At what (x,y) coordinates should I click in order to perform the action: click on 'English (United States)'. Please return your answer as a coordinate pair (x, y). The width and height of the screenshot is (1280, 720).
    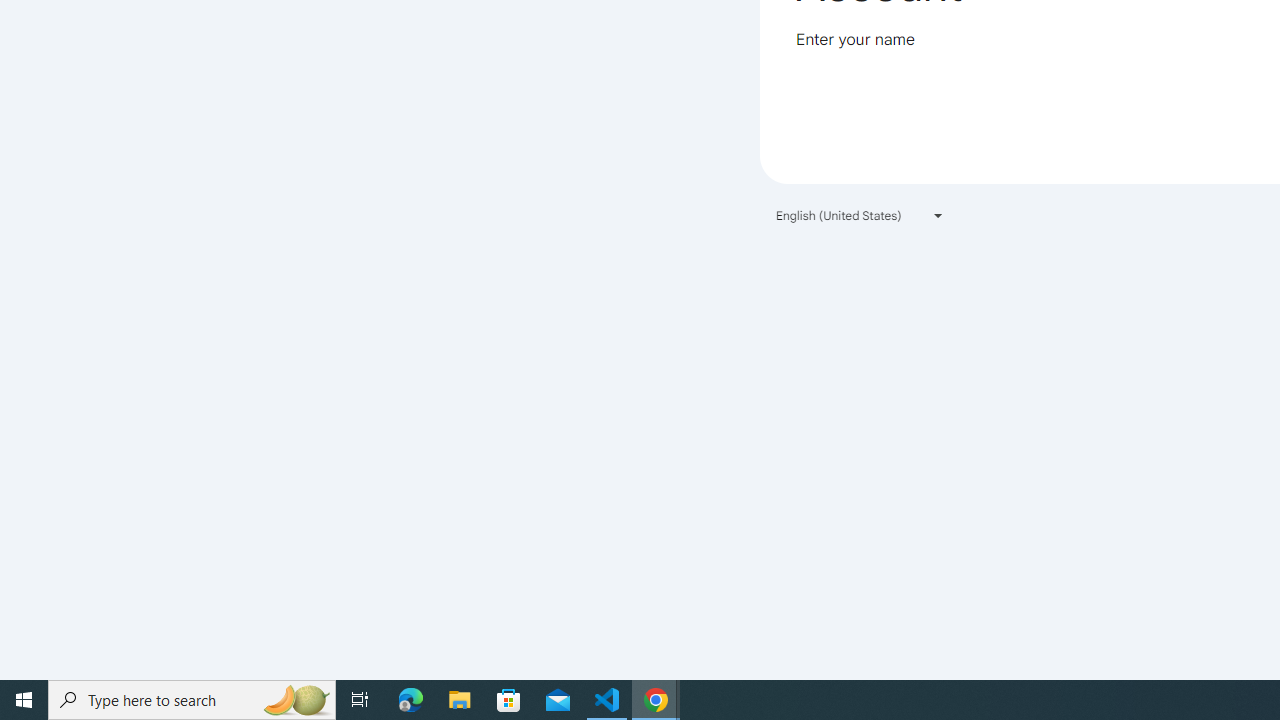
    Looking at the image, I should click on (860, 215).